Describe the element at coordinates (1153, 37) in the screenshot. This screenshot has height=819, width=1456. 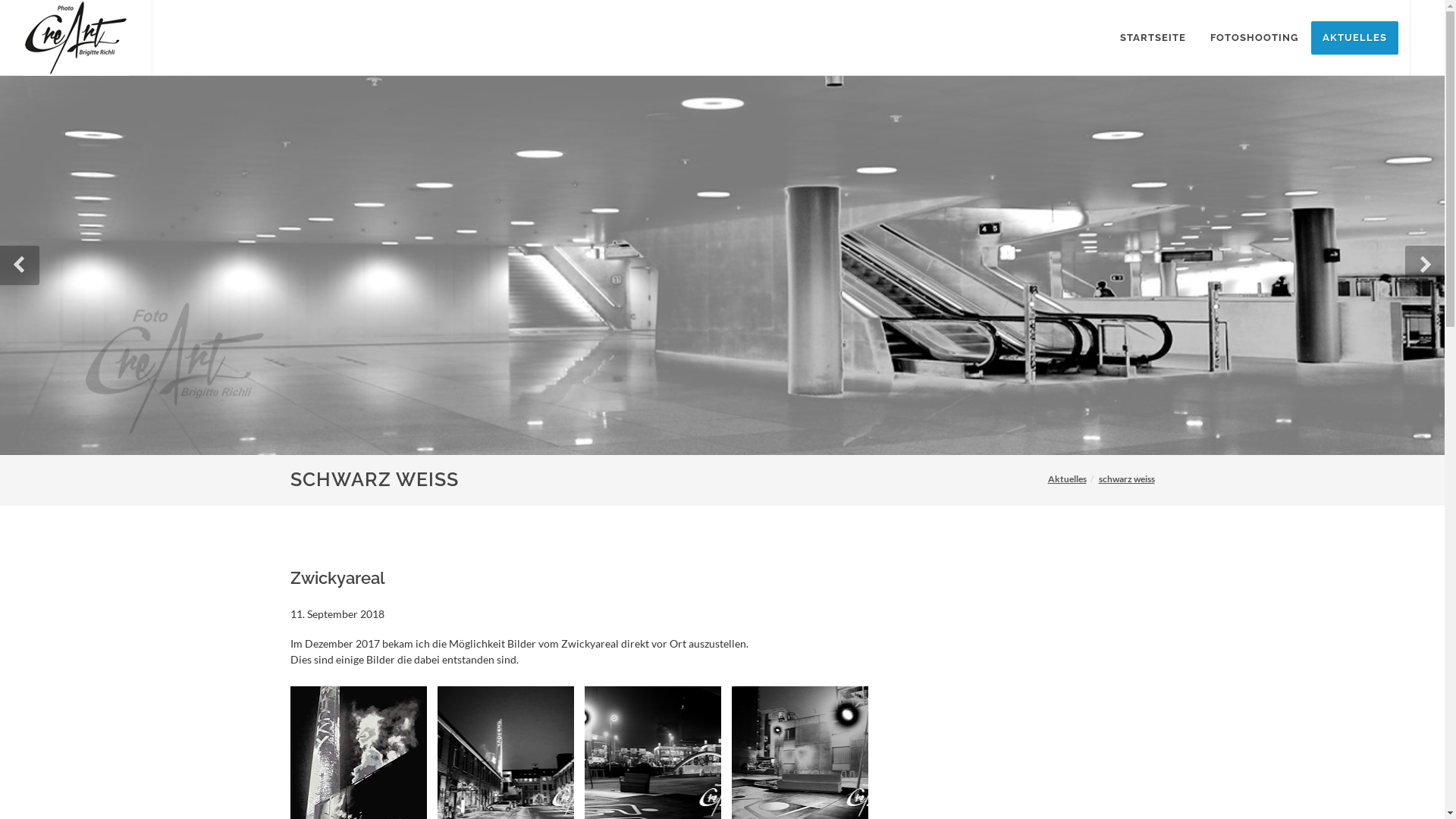
I see `'STARTSEITE'` at that location.